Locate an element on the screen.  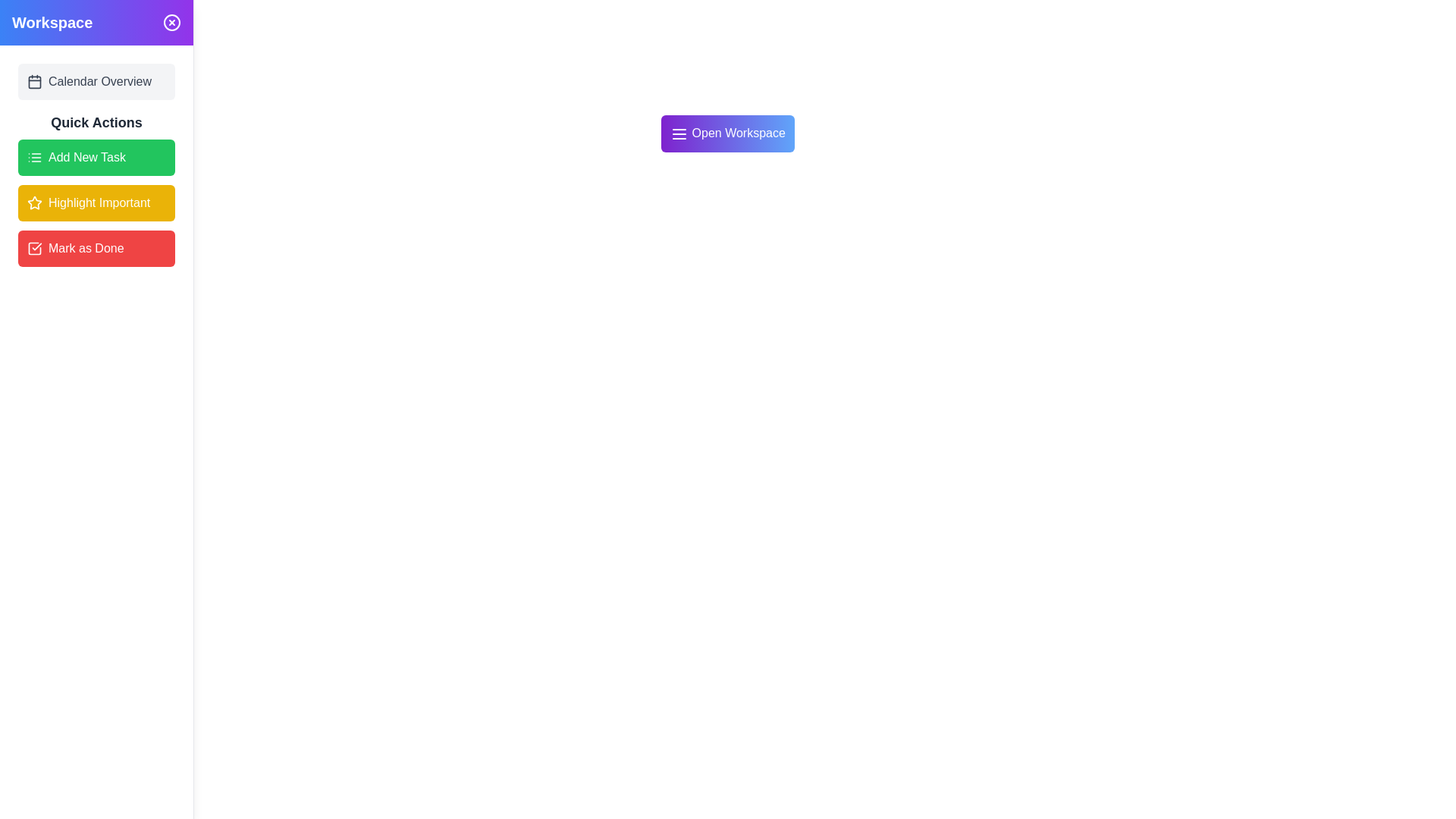
the topmost button in the 'Quick Actions' section is located at coordinates (96, 158).